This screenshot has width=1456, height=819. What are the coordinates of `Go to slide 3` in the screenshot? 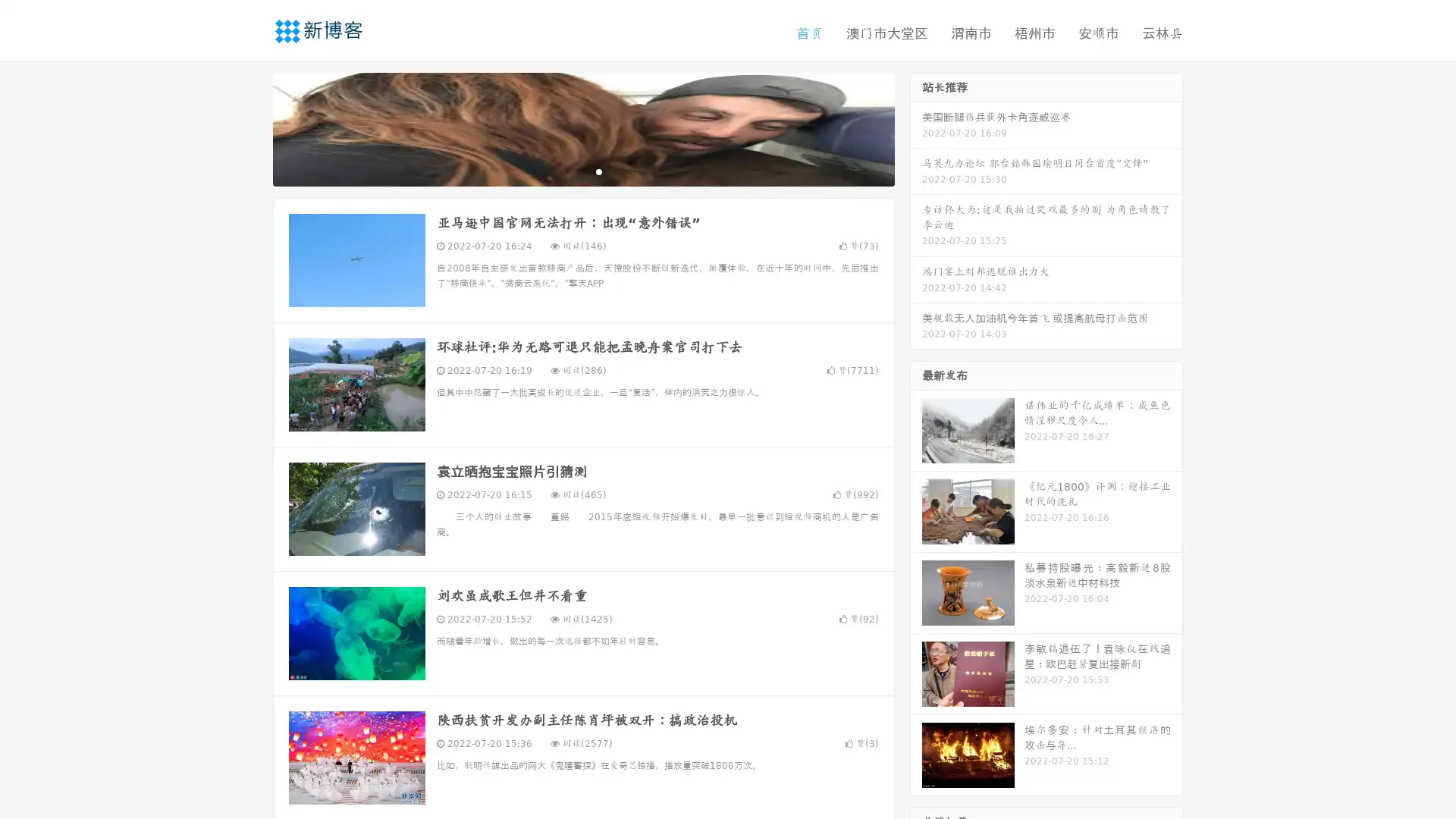 It's located at (598, 171).